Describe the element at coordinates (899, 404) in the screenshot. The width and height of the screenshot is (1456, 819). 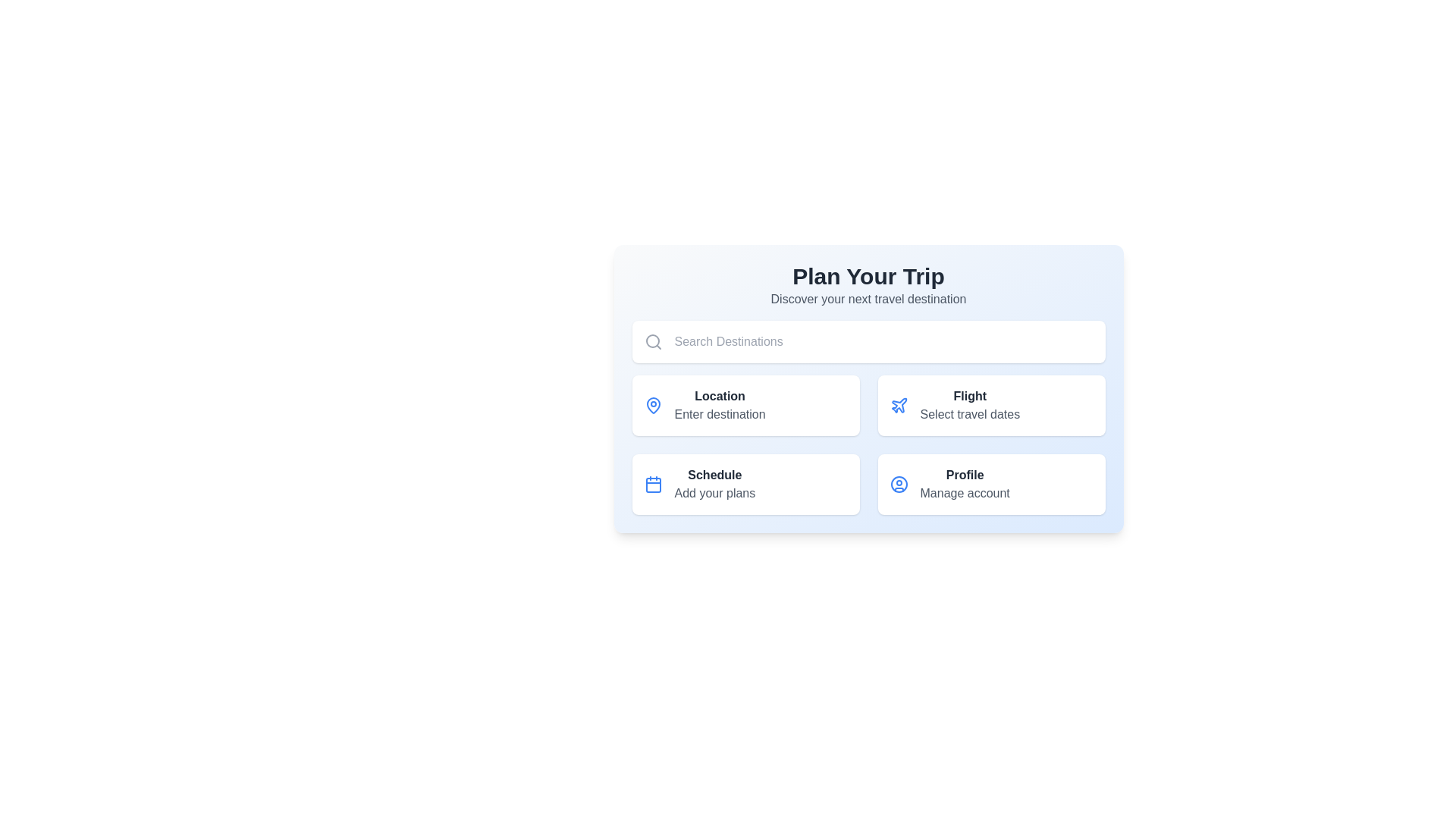
I see `the stylized blue airplane icon located in the right module of the second row, which is associated with flight-related functionalities` at that location.